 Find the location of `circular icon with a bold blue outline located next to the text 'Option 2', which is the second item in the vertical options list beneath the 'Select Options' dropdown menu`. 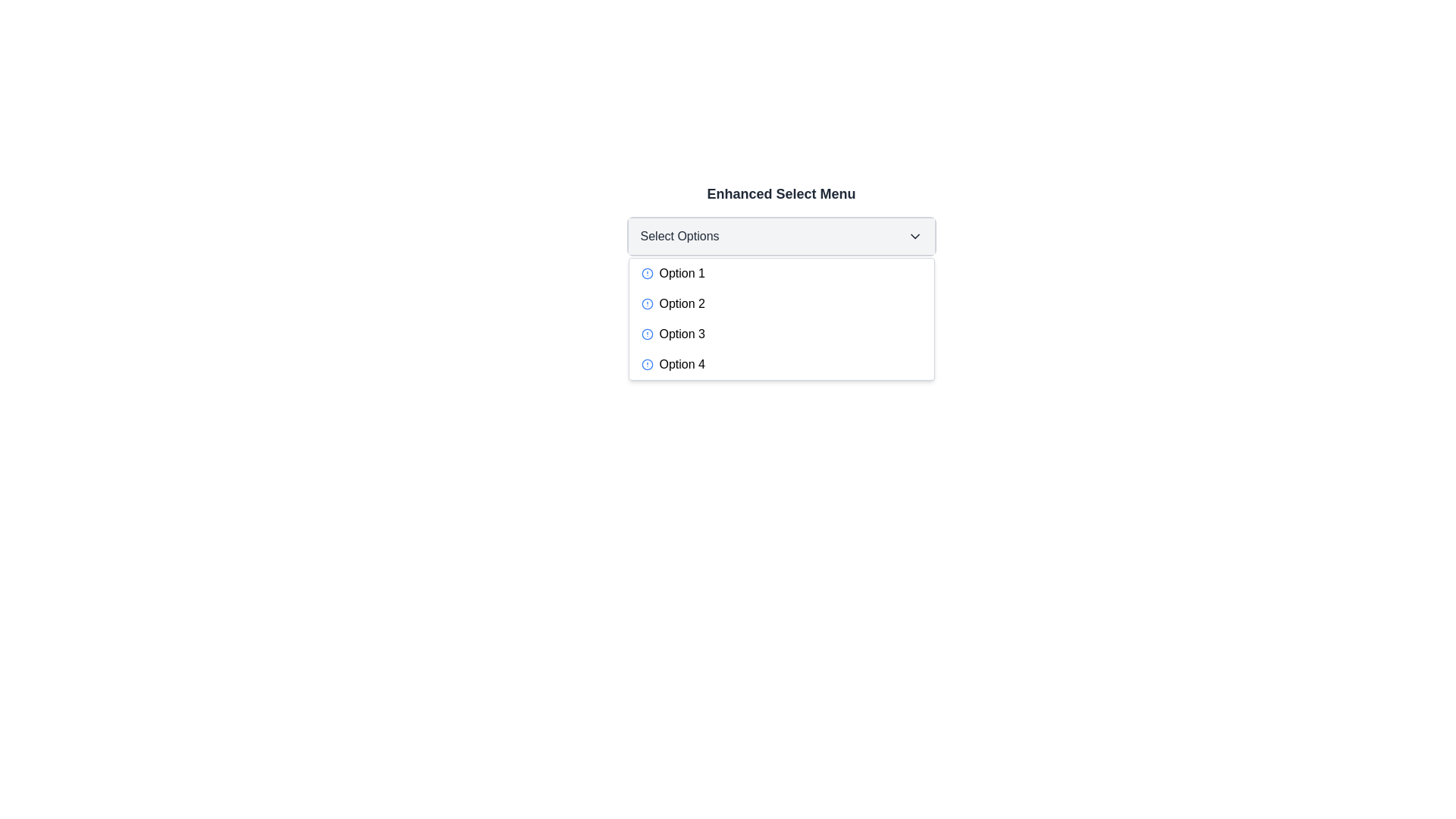

circular icon with a bold blue outline located next to the text 'Option 2', which is the second item in the vertical options list beneath the 'Select Options' dropdown menu is located at coordinates (647, 304).